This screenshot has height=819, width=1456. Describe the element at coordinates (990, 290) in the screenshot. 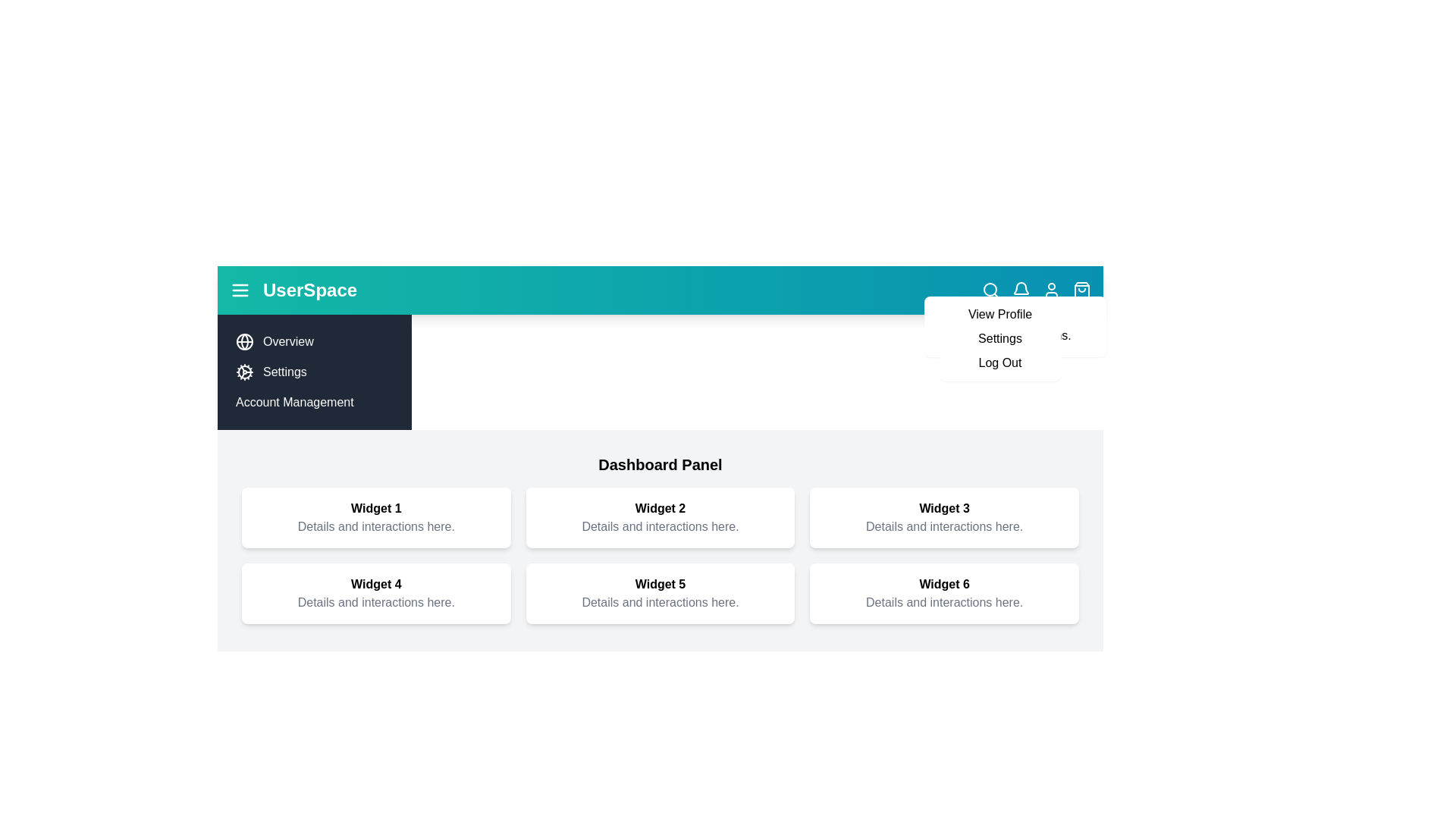

I see `the magnifying glass icon located at the top-right corner of the teal header bar` at that location.